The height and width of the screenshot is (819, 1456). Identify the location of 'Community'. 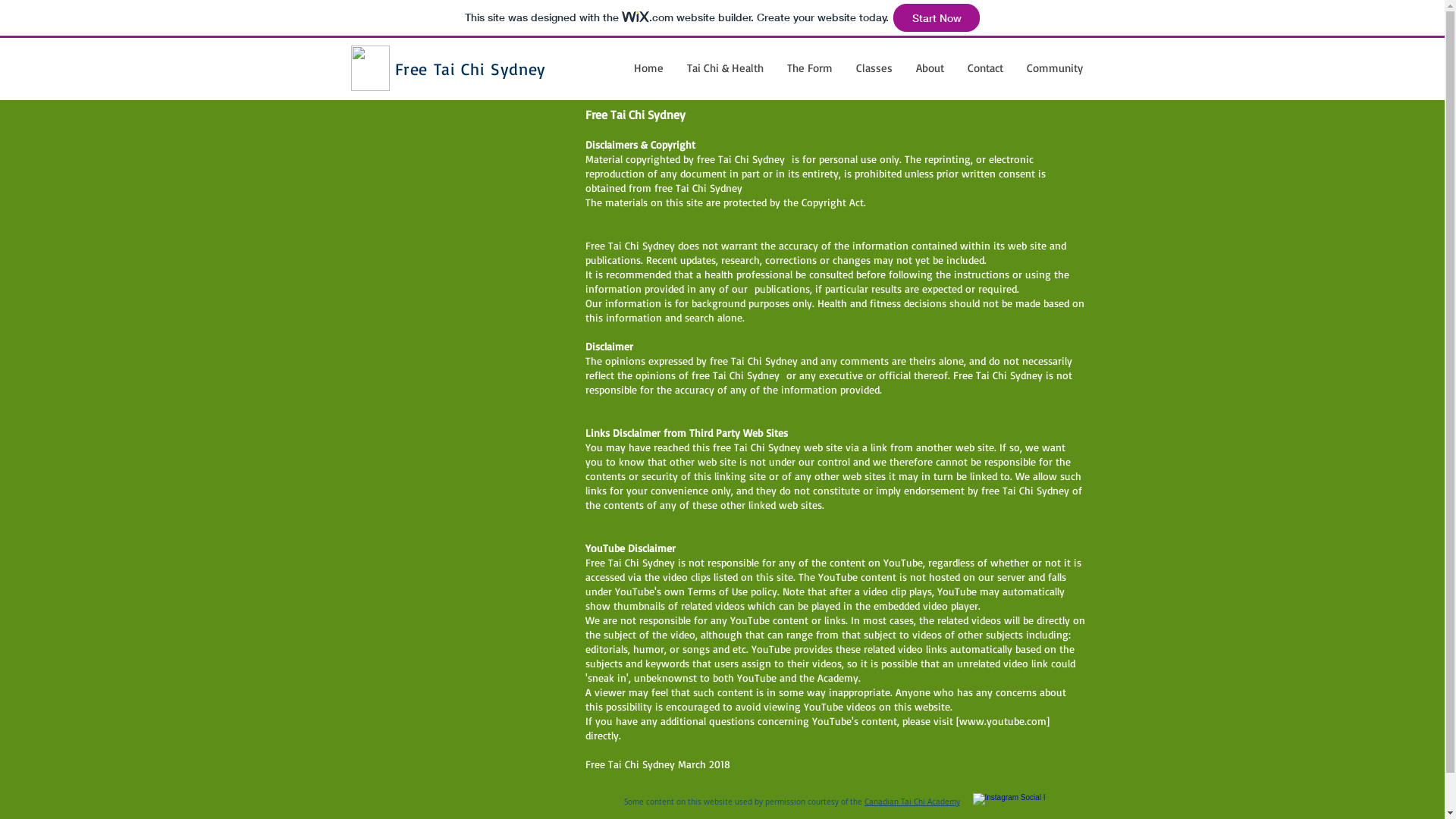
(1015, 67).